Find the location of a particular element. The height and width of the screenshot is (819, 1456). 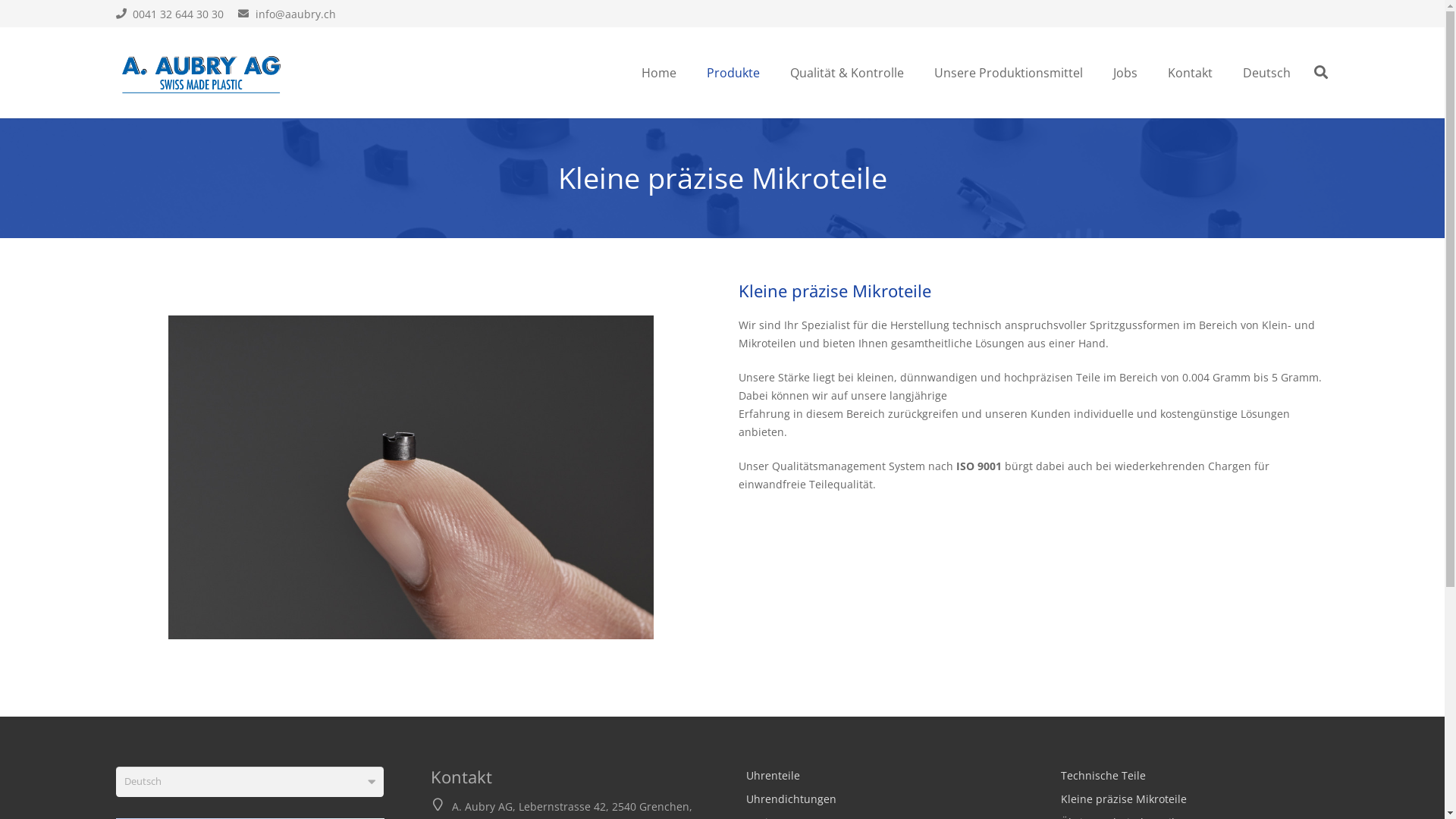

'Produkte' is located at coordinates (733, 73).